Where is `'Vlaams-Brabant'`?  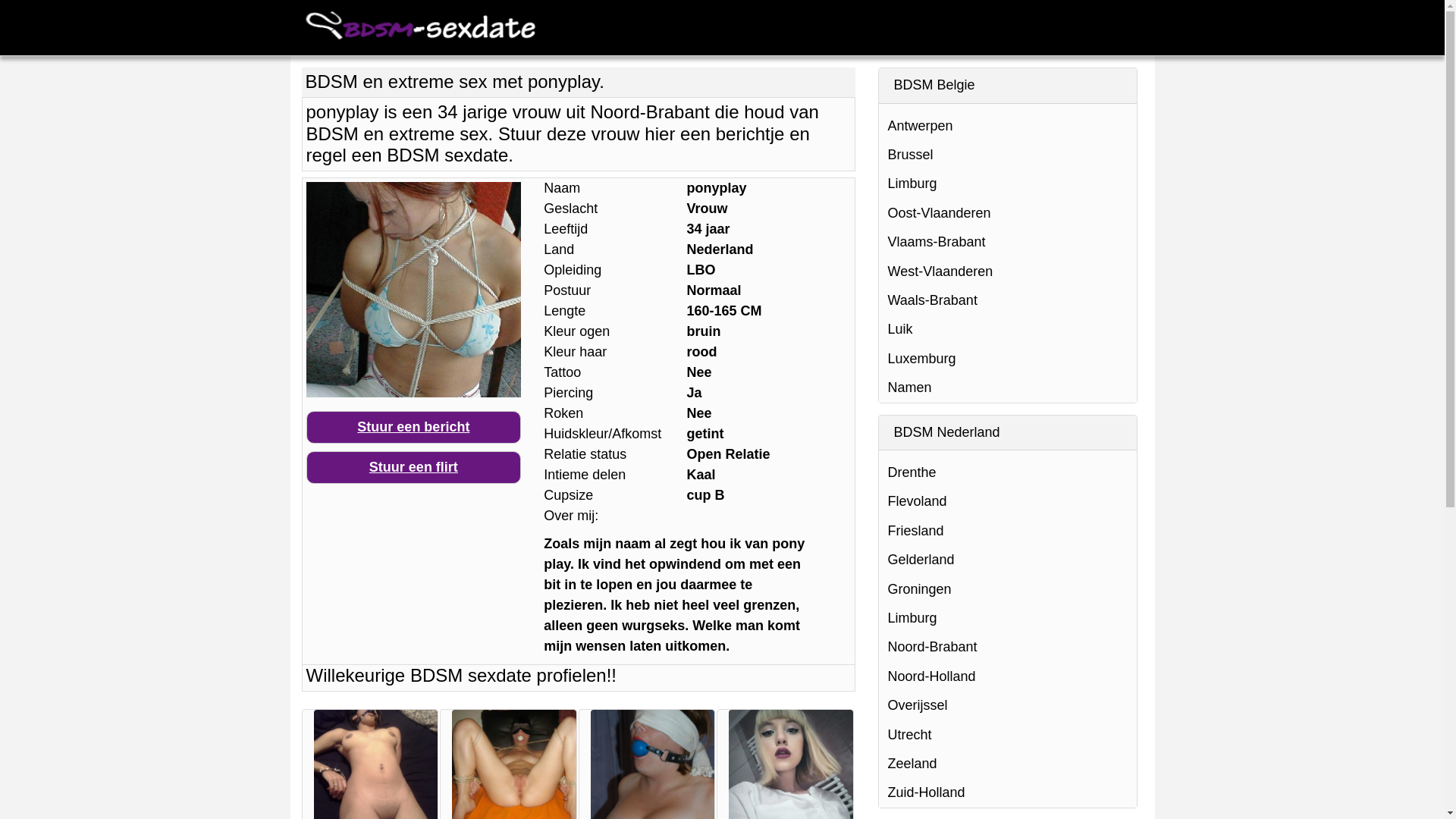
'Vlaams-Brabant' is located at coordinates (1007, 241).